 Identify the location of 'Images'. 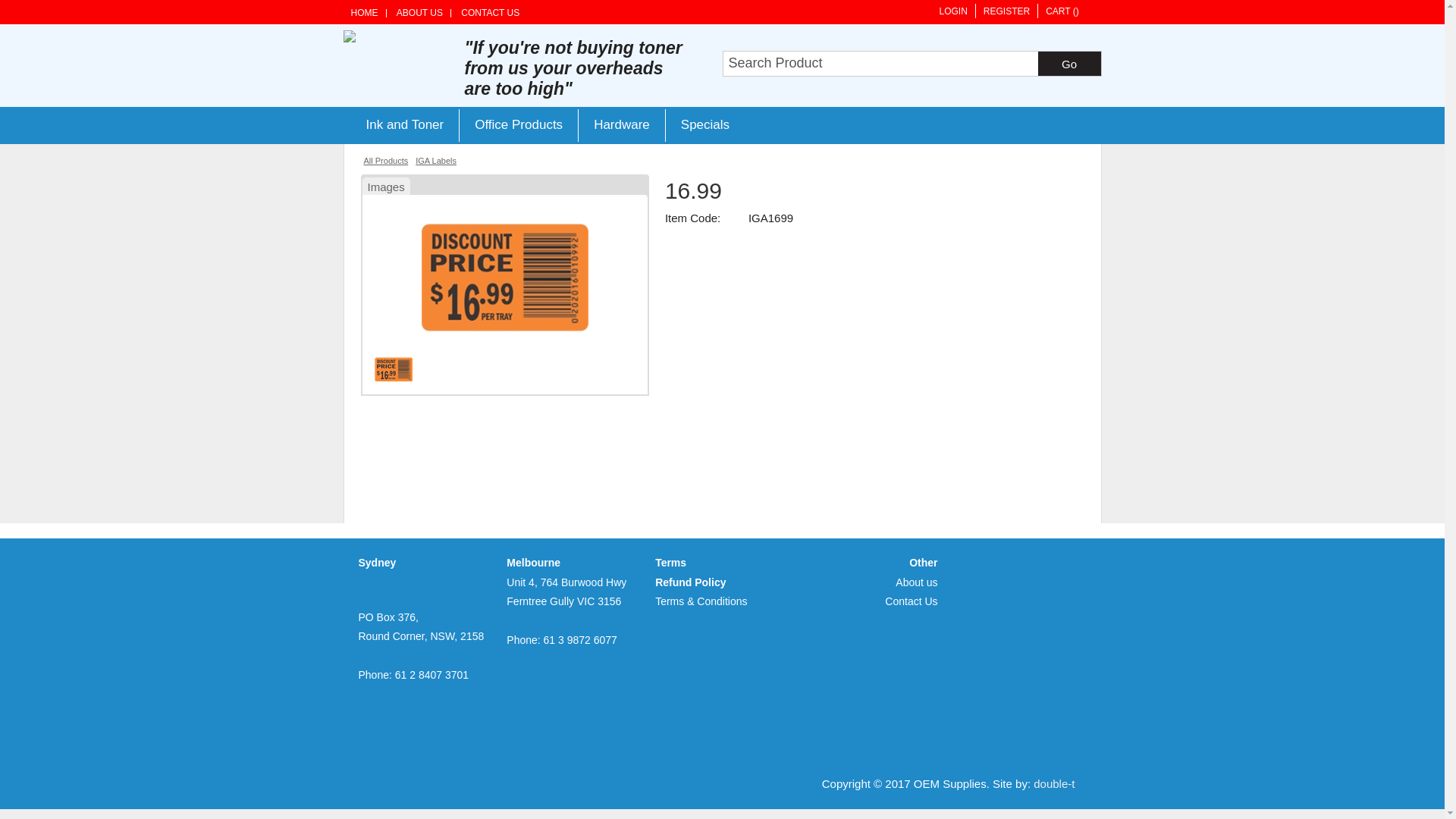
(386, 184).